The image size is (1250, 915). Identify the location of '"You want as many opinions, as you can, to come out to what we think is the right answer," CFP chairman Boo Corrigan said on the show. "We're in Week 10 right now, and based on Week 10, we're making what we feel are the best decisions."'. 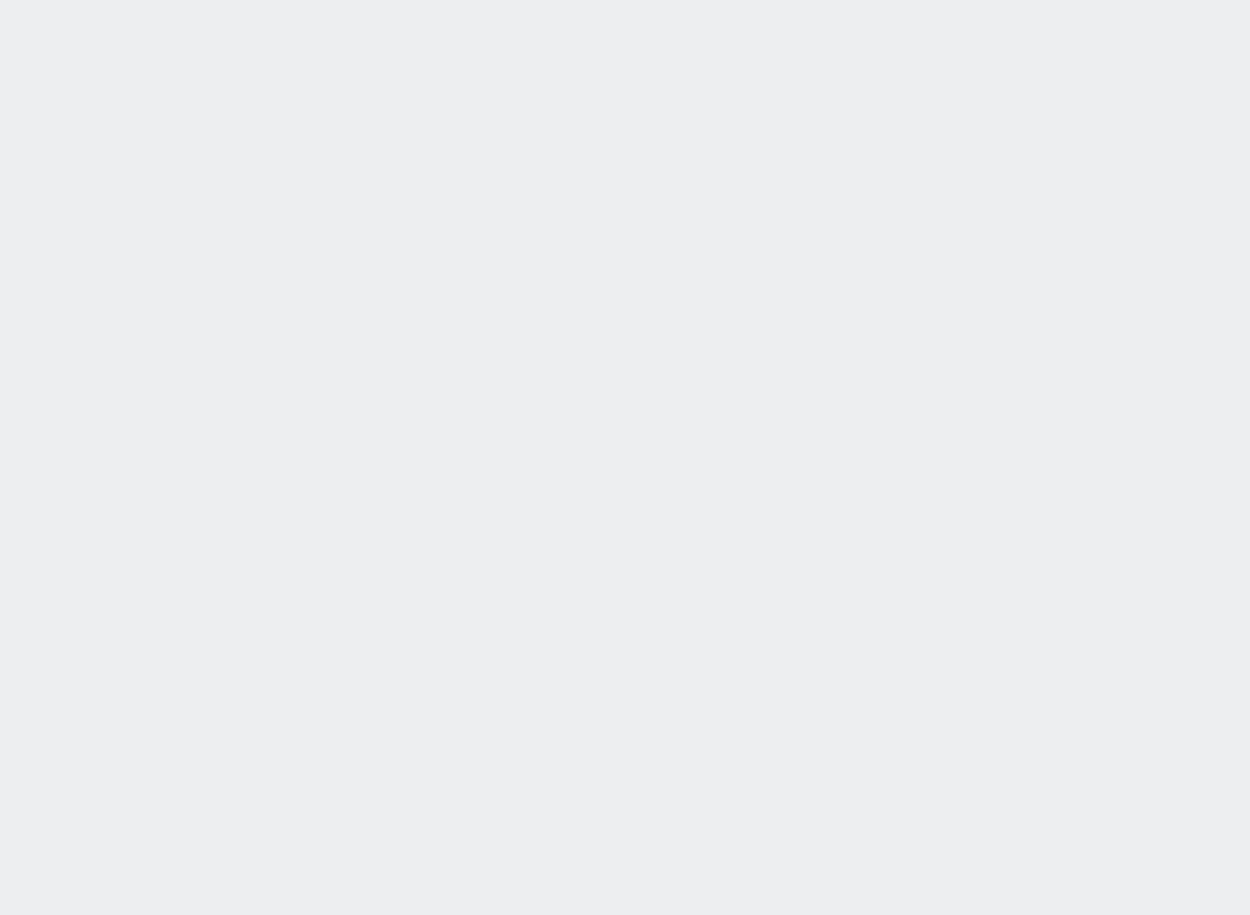
(475, 501).